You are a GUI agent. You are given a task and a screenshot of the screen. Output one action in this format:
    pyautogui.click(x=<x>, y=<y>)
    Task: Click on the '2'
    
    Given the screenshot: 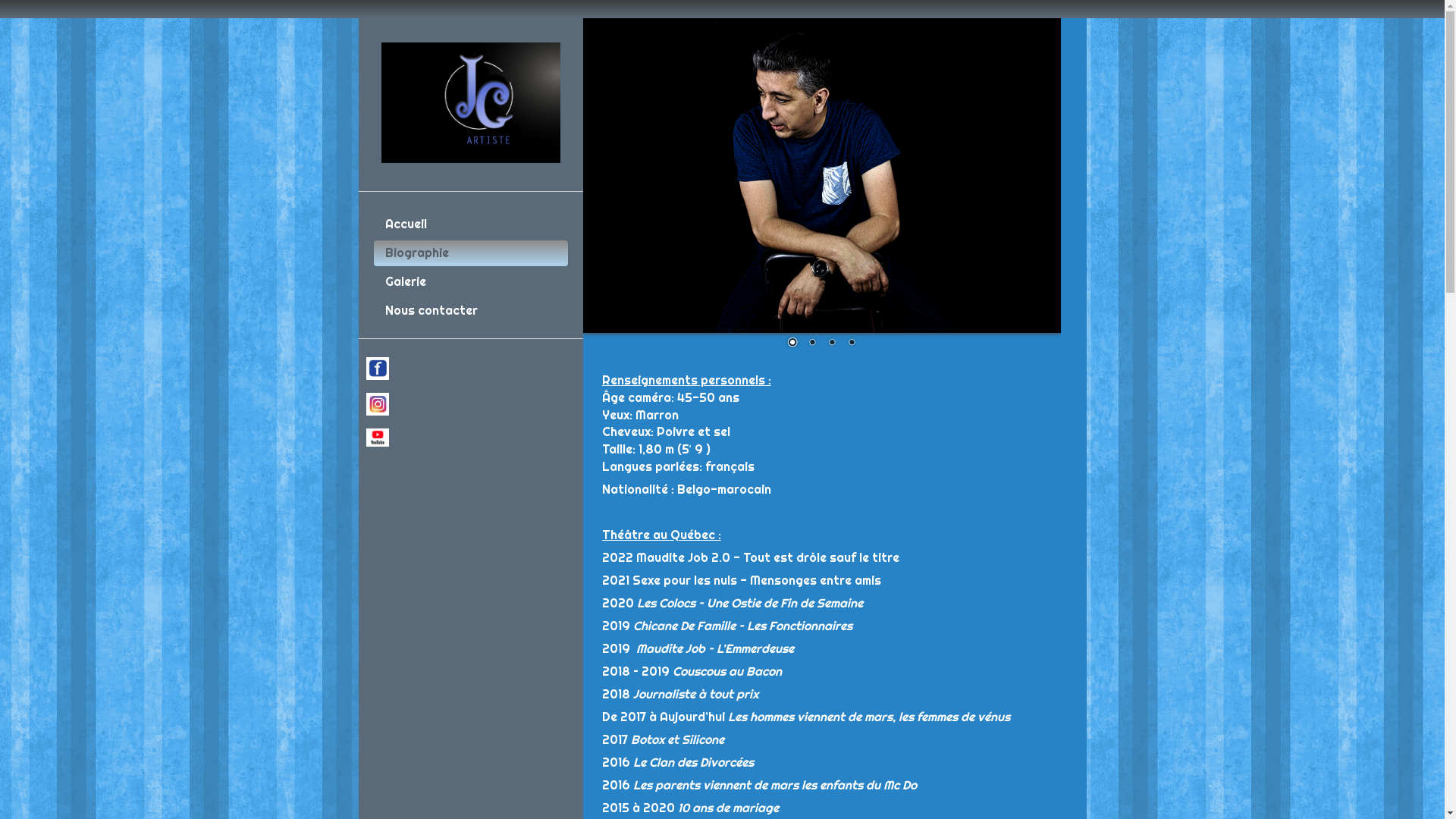 What is the action you would take?
    pyautogui.click(x=811, y=343)
    